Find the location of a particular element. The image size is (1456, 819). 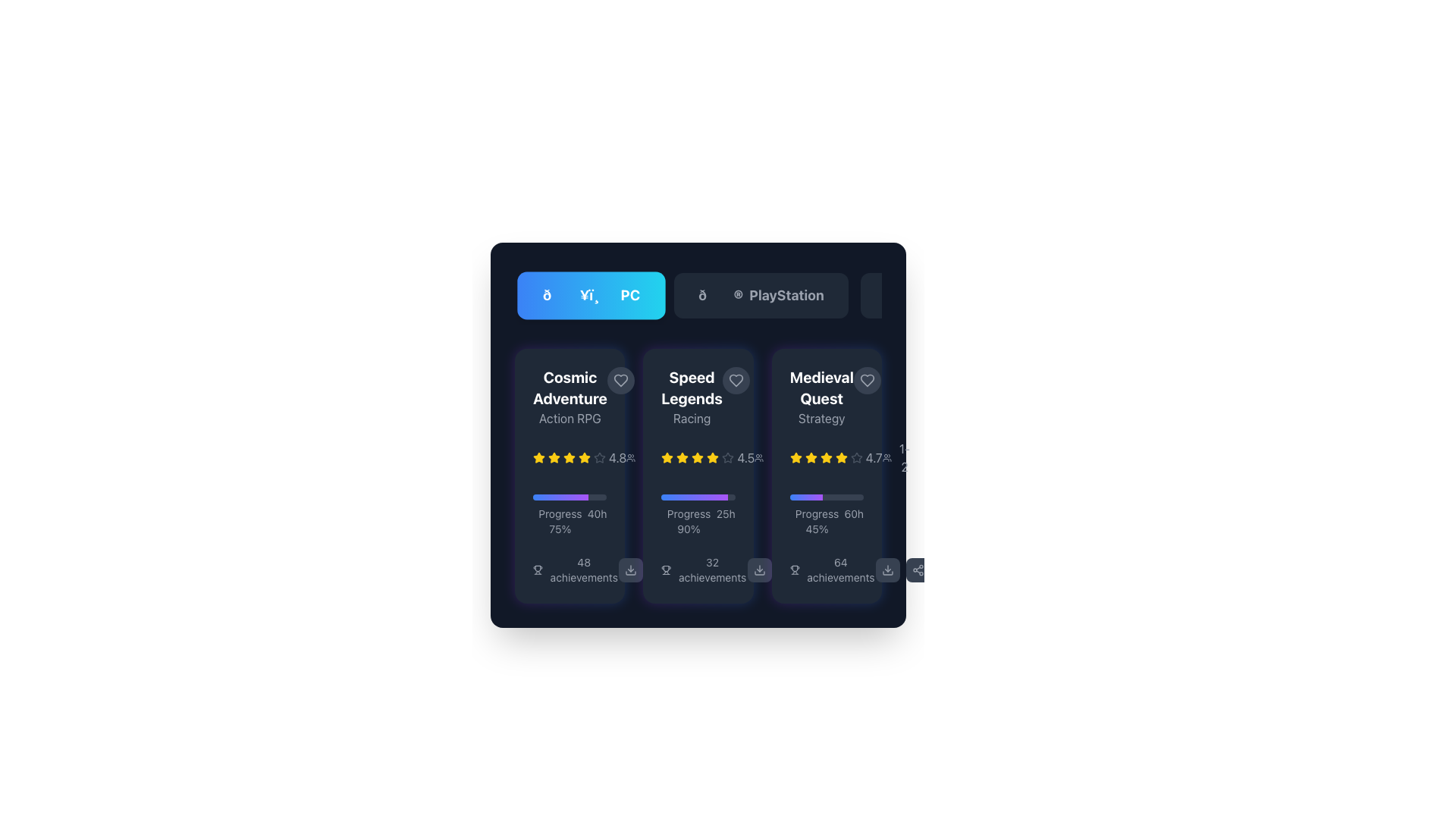

the text label displaying the rating value '4.7' located in the 'Medieval Quest' card, which is in the third column and positioned to the right of the star icons is located at coordinates (874, 457).